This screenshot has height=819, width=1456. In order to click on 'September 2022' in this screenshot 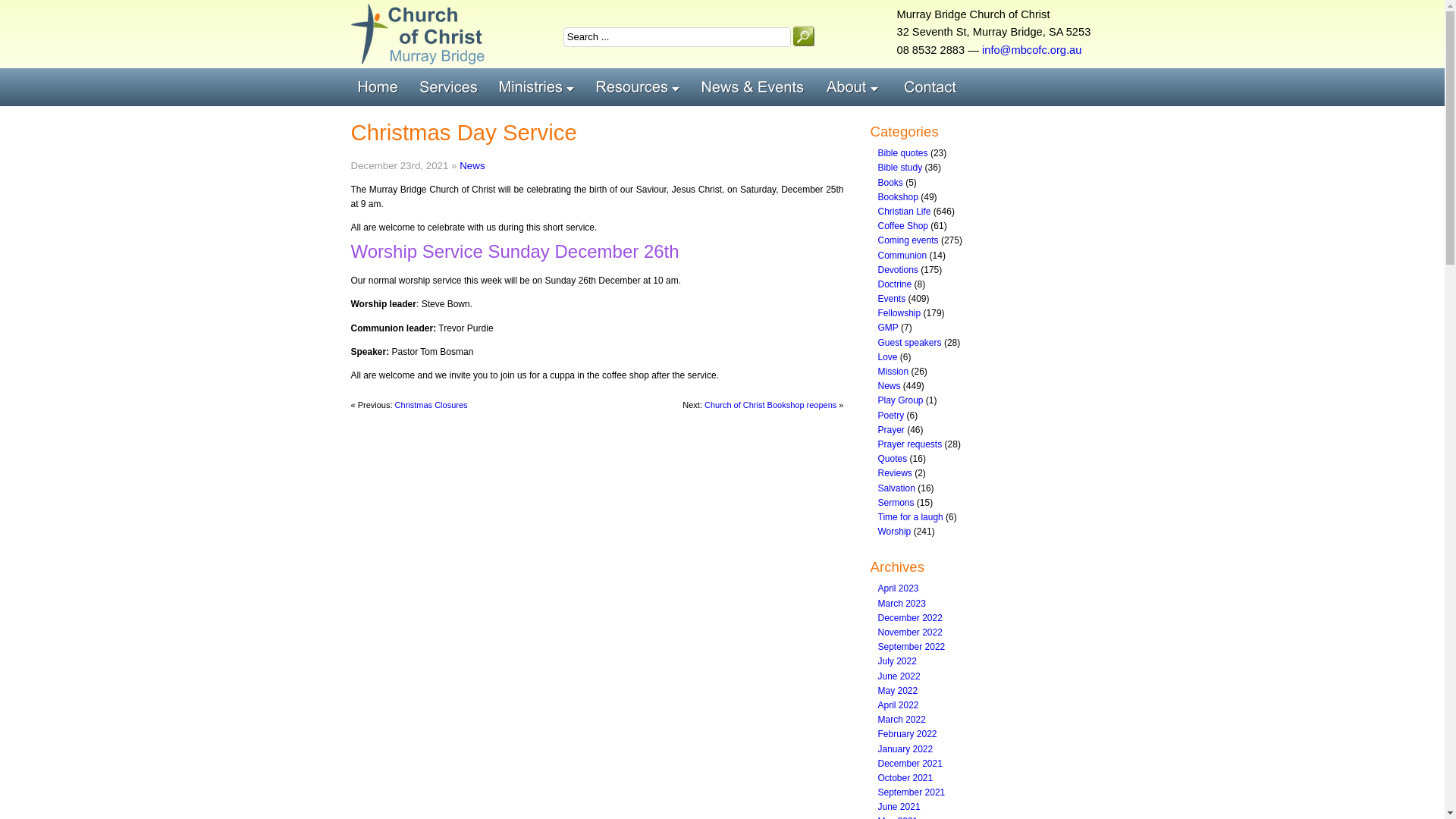, I will do `click(911, 646)`.